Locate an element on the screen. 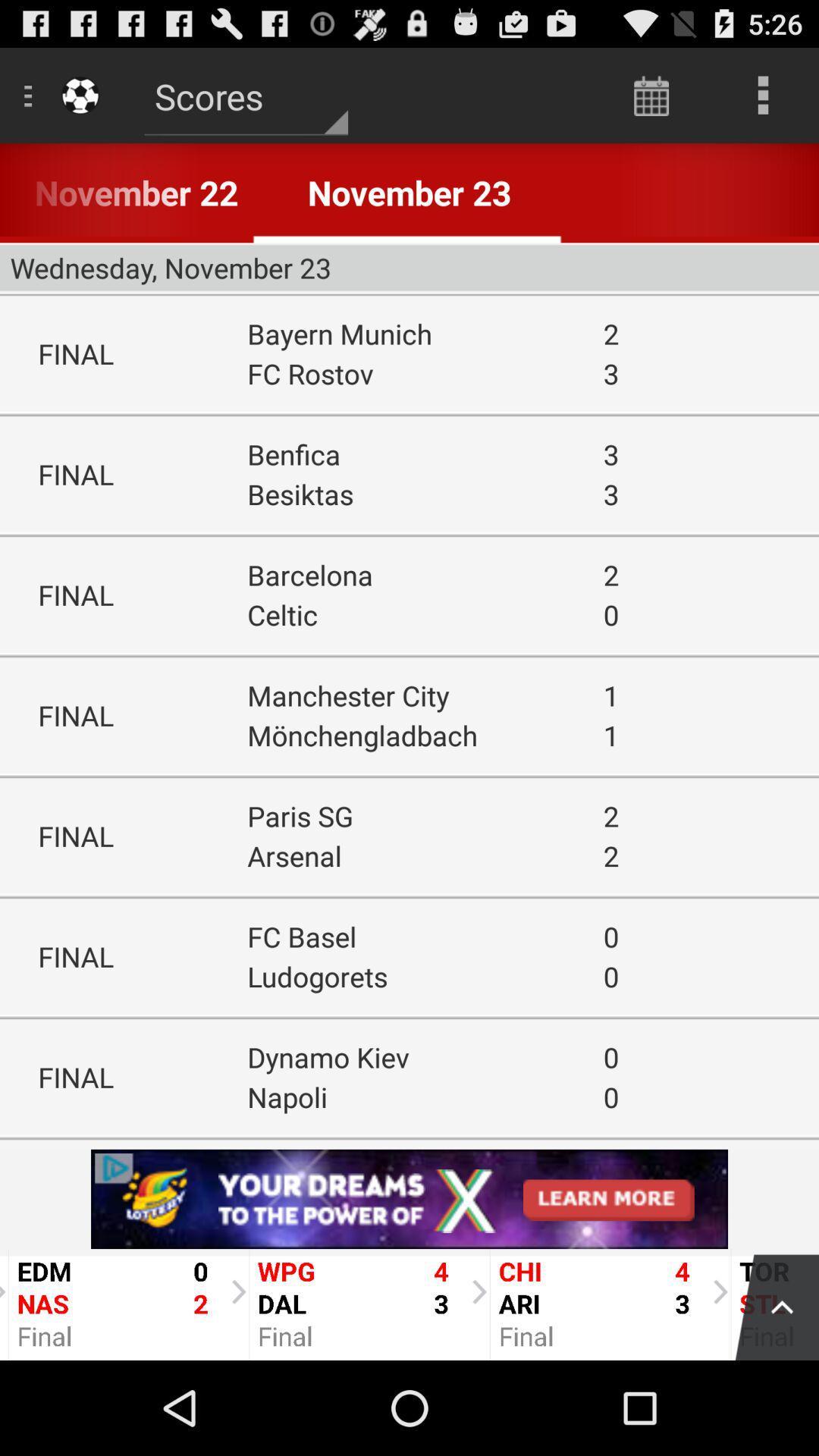 This screenshot has width=819, height=1456. advertisement banner is located at coordinates (409, 1198).